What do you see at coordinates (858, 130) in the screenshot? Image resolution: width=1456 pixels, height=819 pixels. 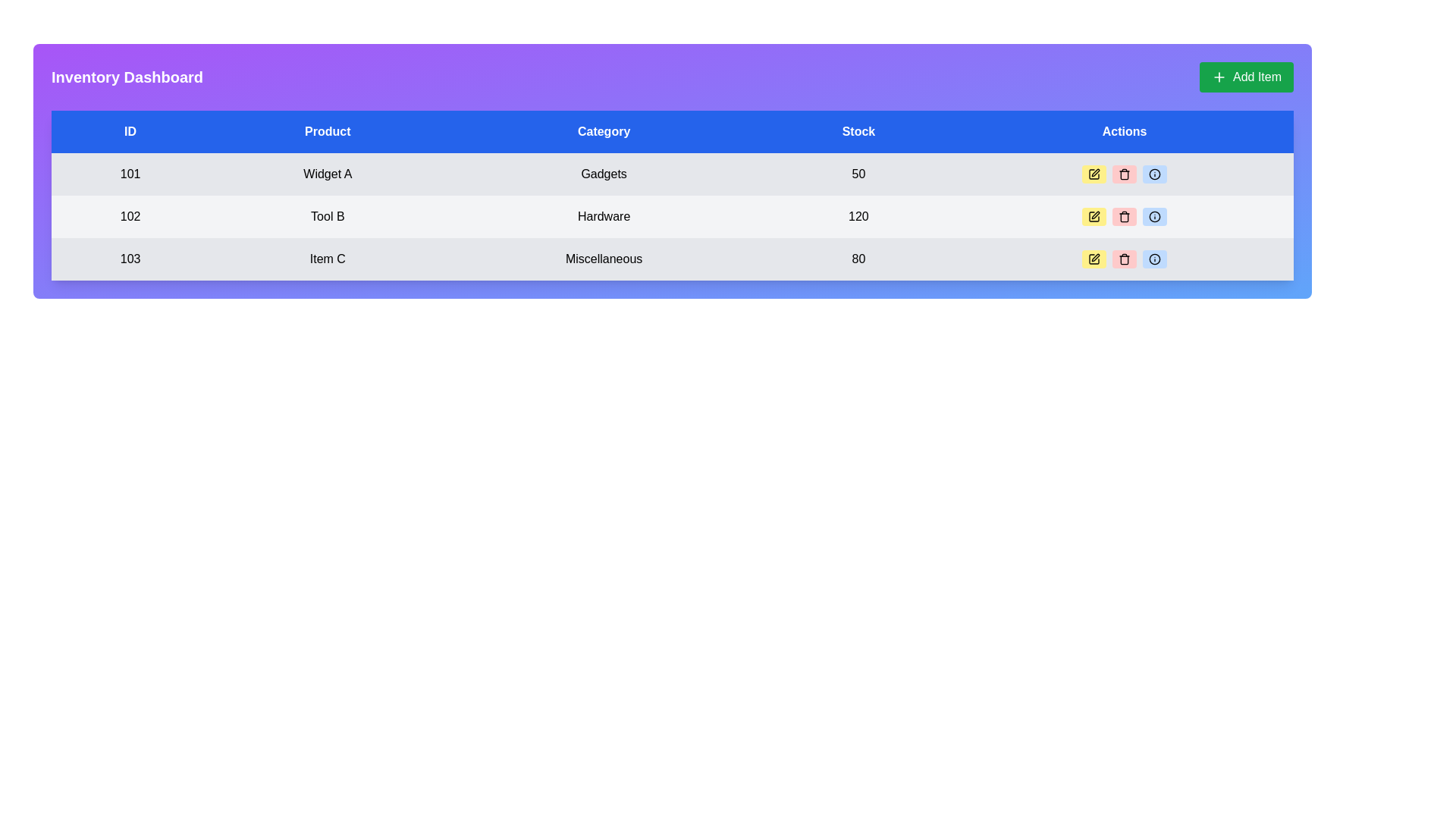 I see `the text label element displaying 'Stock', which is centered in a blue rectangular background and positioned between the 'Category' and 'Actions' elements in the table header` at bounding box center [858, 130].